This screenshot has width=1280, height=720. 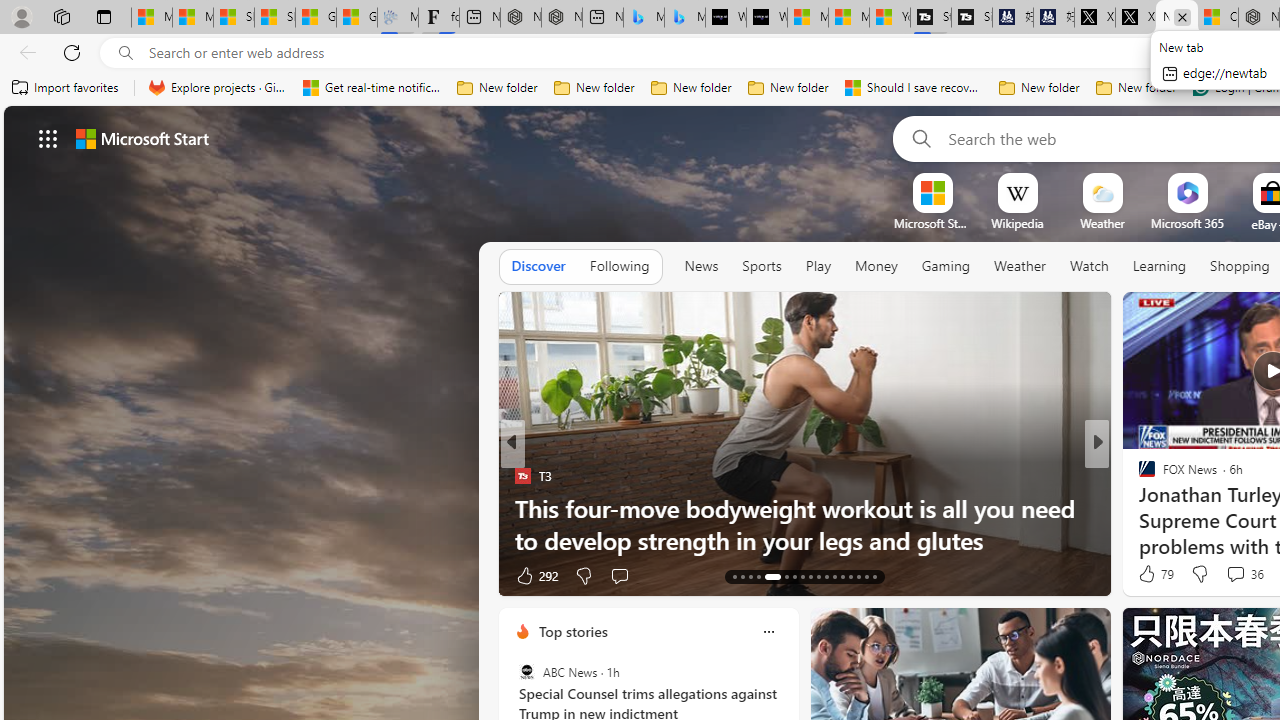 What do you see at coordinates (618, 266) in the screenshot?
I see `'Following'` at bounding box center [618, 266].